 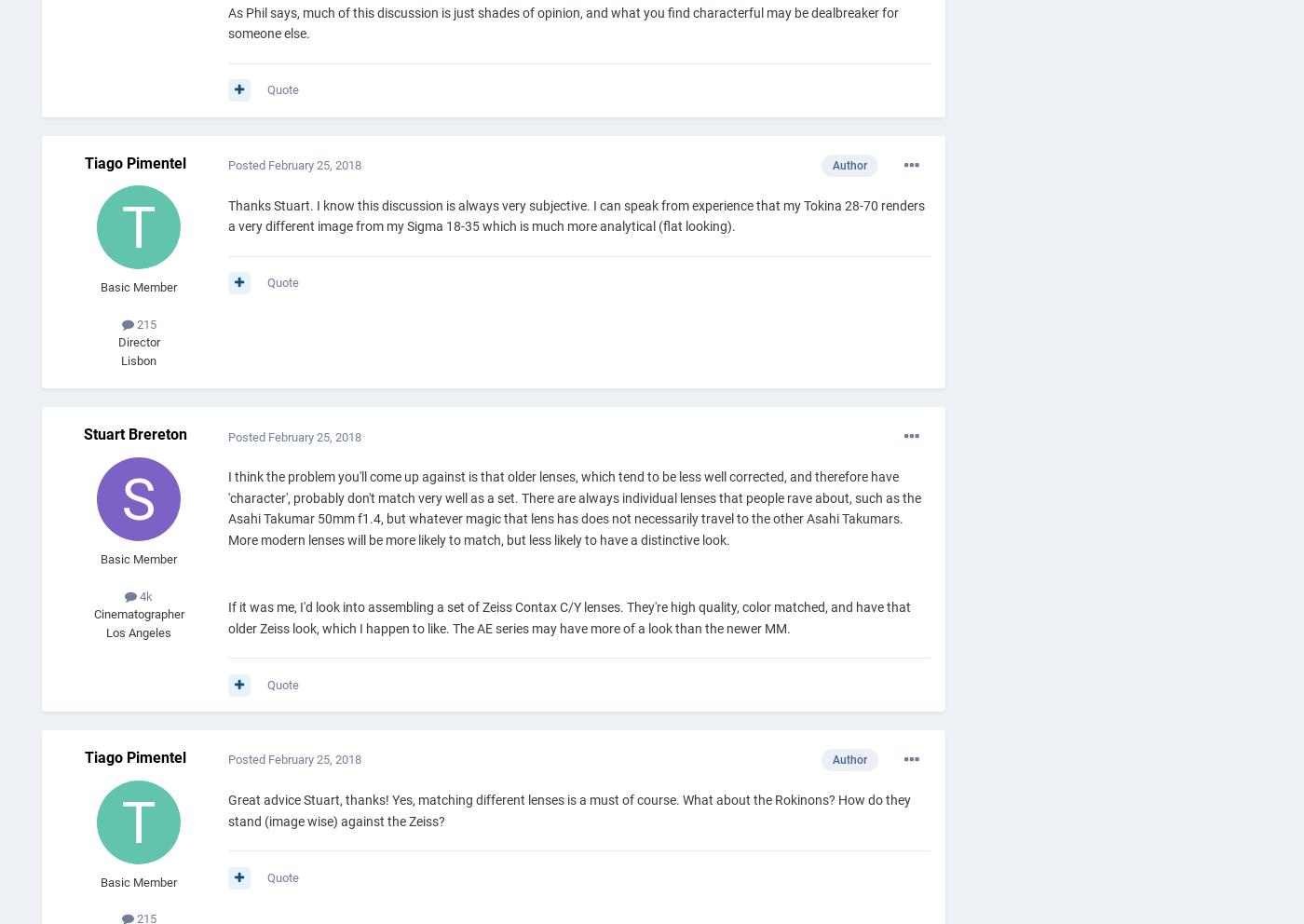 I want to click on '4k', so click(x=137, y=595).